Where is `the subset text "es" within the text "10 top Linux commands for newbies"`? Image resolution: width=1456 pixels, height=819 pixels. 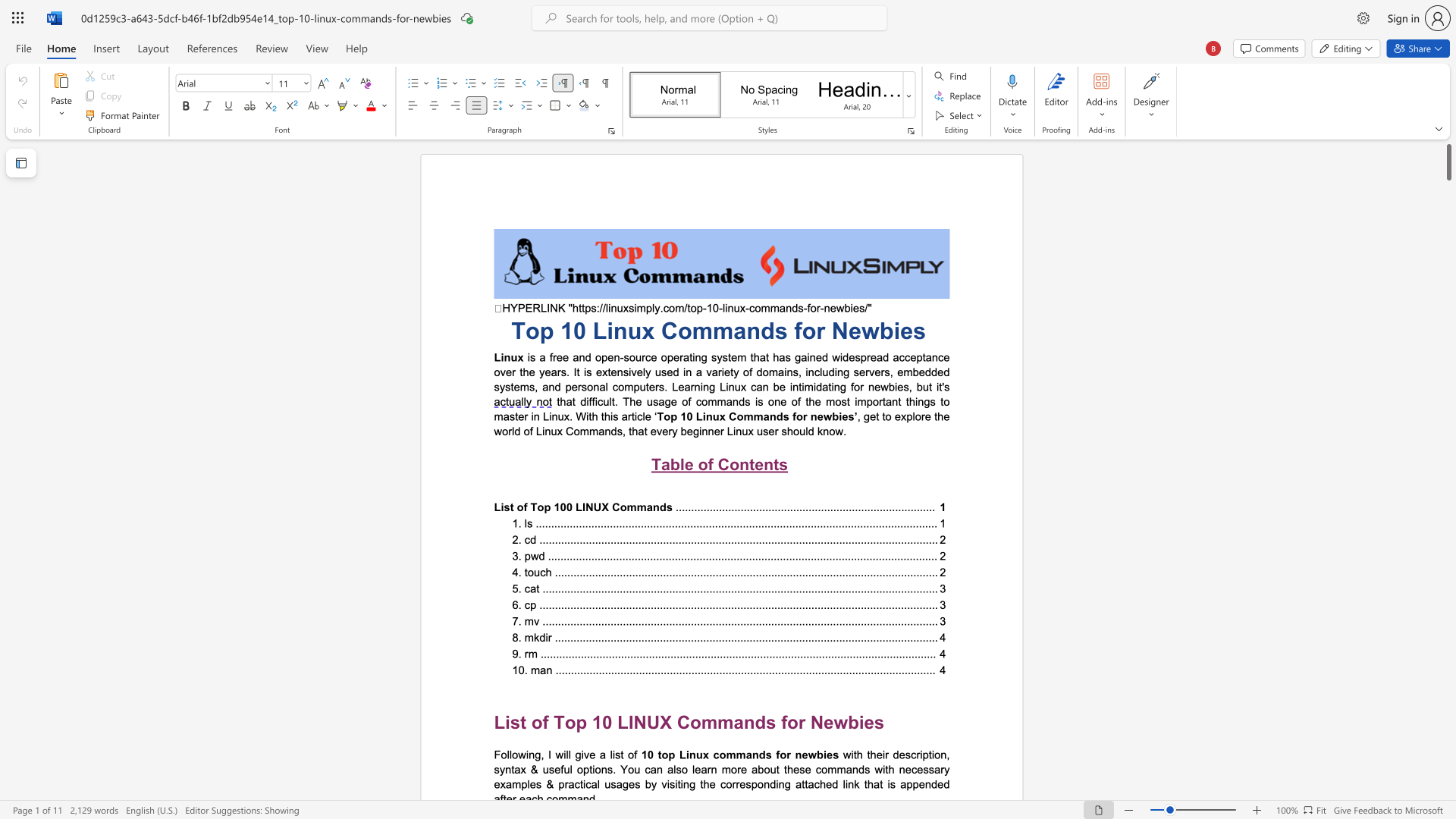 the subset text "es" within the text "10 top Linux commands for newbies" is located at coordinates (825, 755).